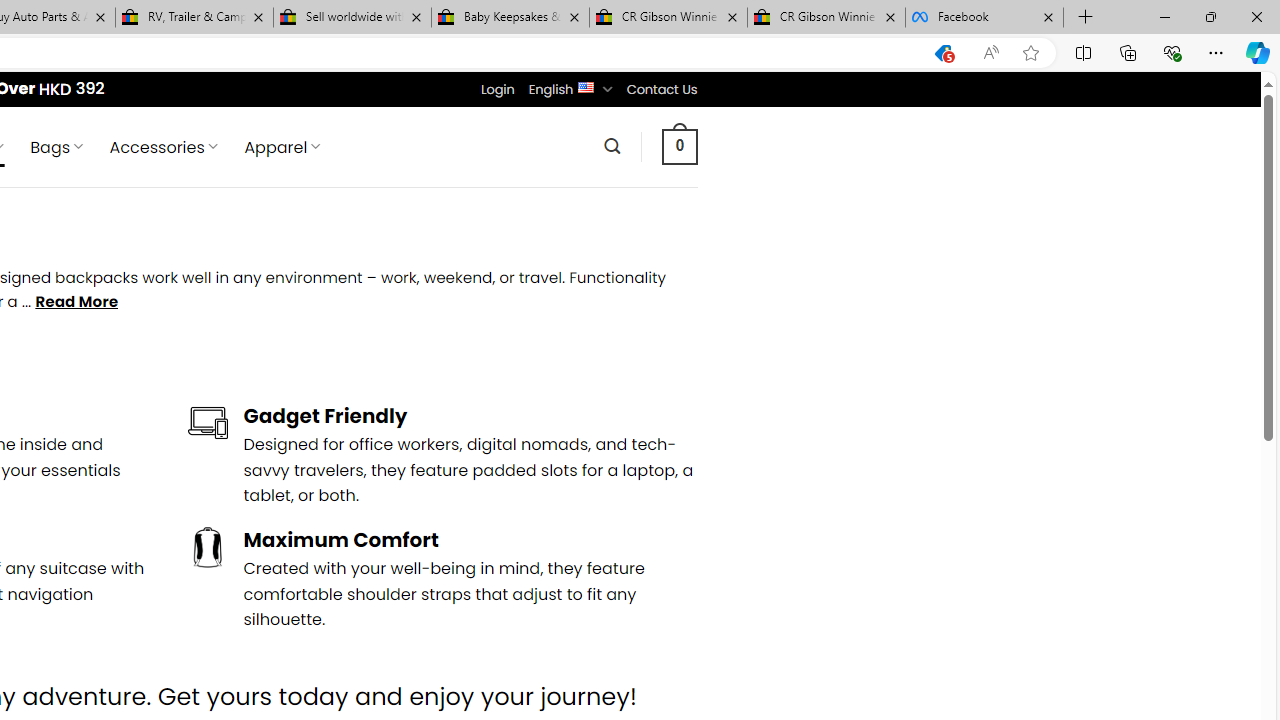 The height and width of the screenshot is (720, 1280). Describe the element at coordinates (352, 17) in the screenshot. I see `'Sell worldwide with eBay'` at that location.